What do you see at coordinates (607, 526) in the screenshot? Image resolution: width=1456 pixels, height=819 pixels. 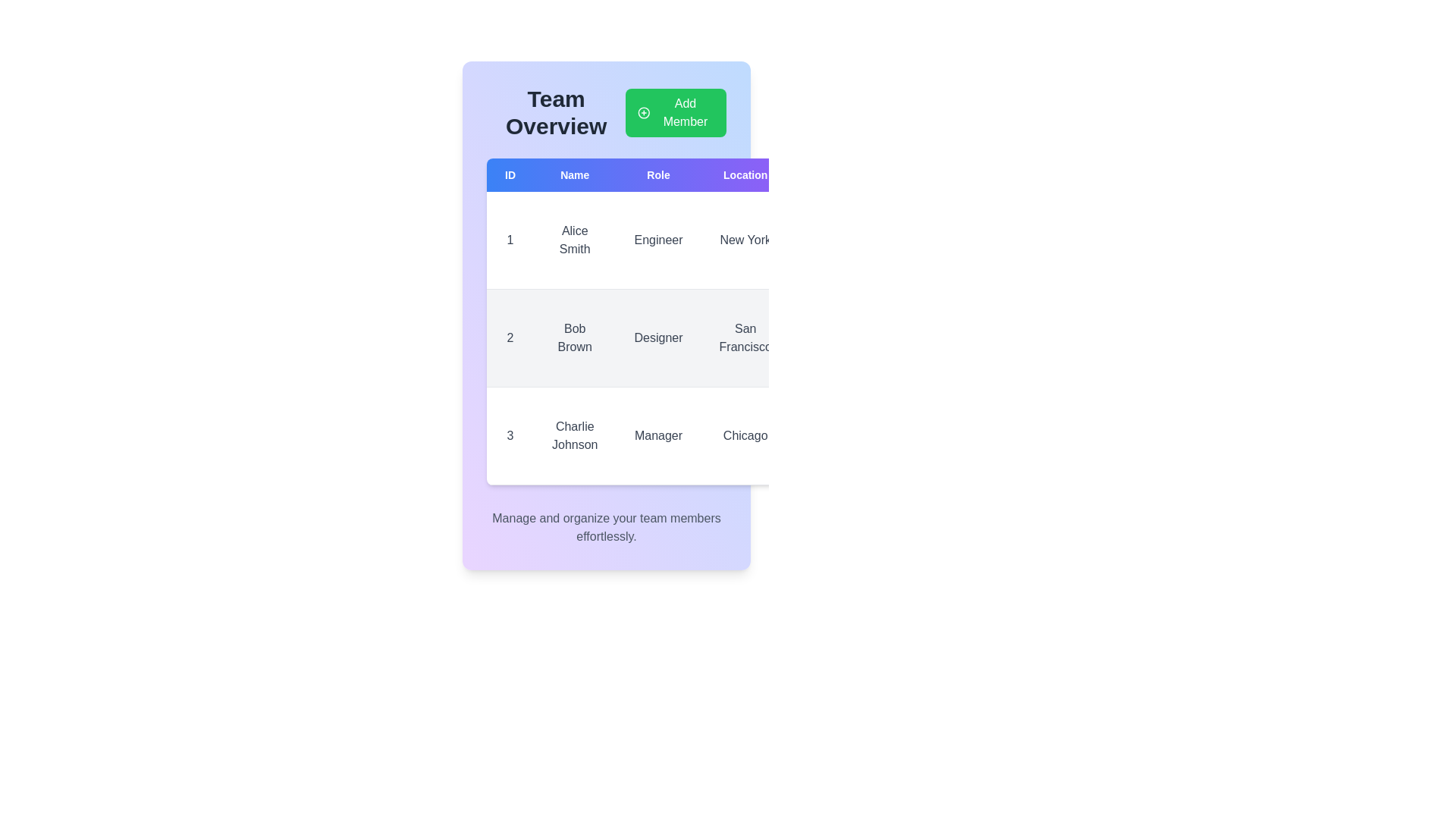 I see `the static text content located at the bottom of the card-like section that provides context for managing team members` at bounding box center [607, 526].